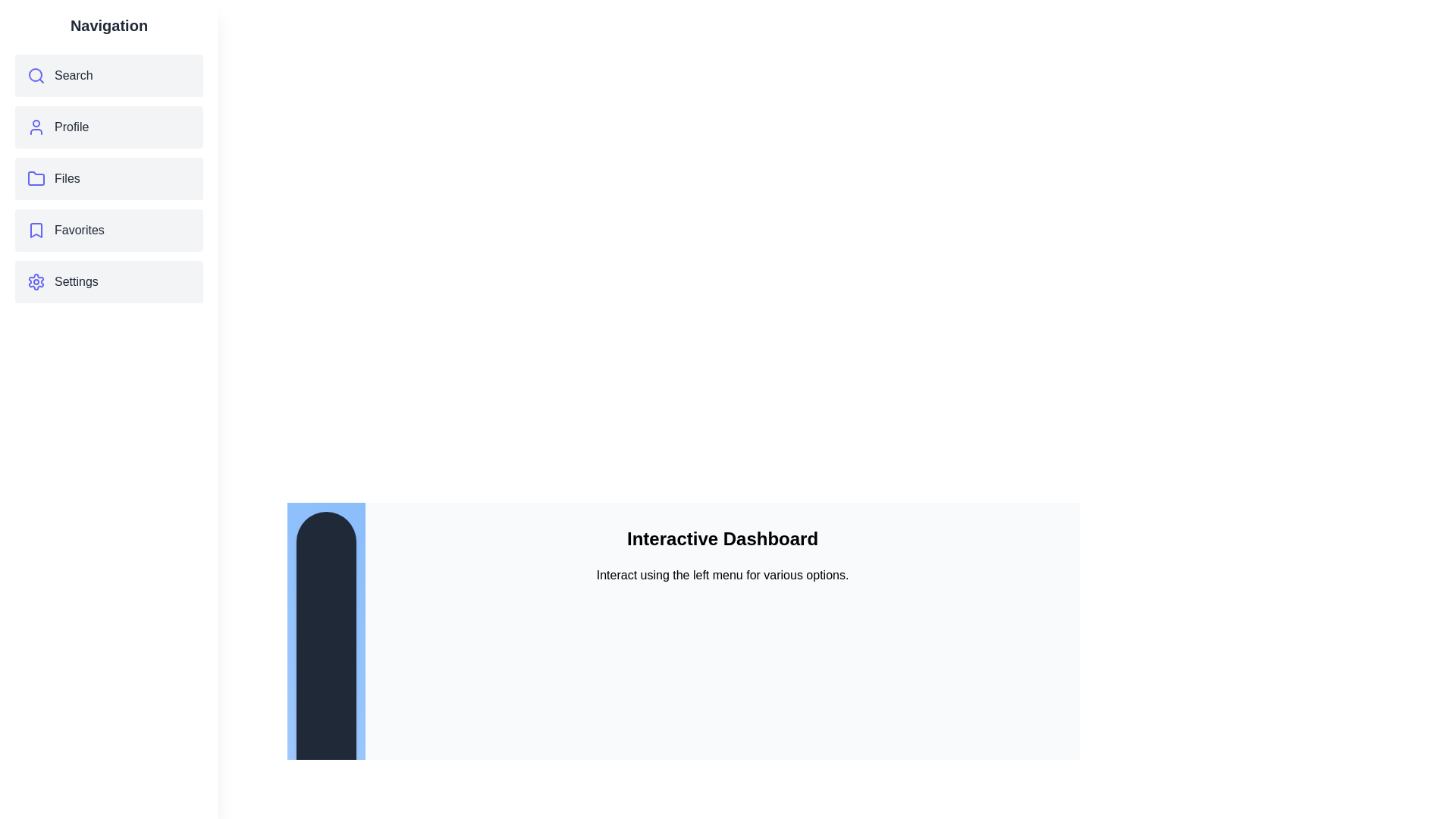 The width and height of the screenshot is (1456, 819). What do you see at coordinates (36, 281) in the screenshot?
I see `the icon corresponding to Settings in the sidebar` at bounding box center [36, 281].